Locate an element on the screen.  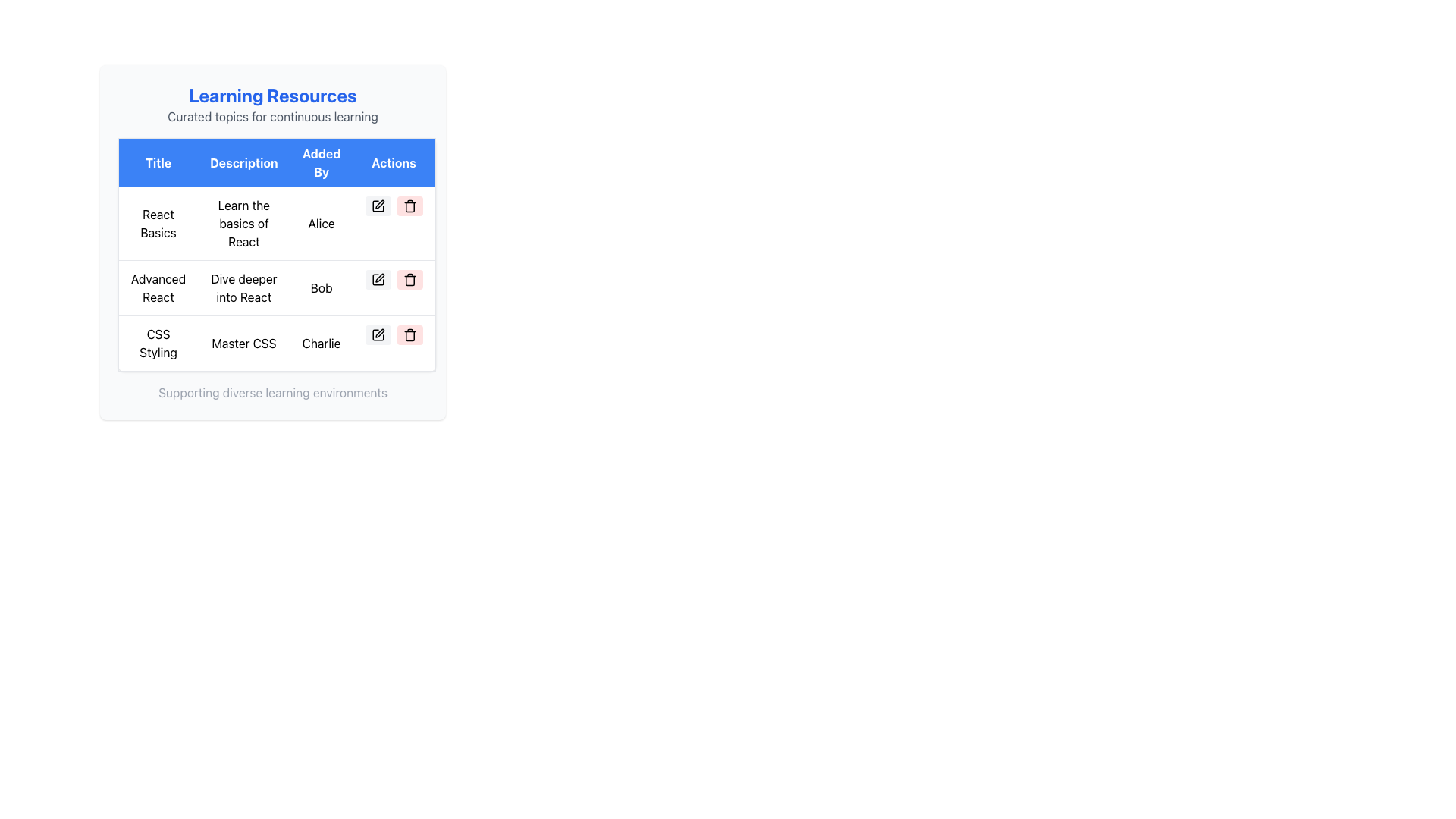
the edit icon in the 'Actions' column of the 'Learning Resources' table, specifically the first icon associated with 'React Basics' is located at coordinates (378, 206).